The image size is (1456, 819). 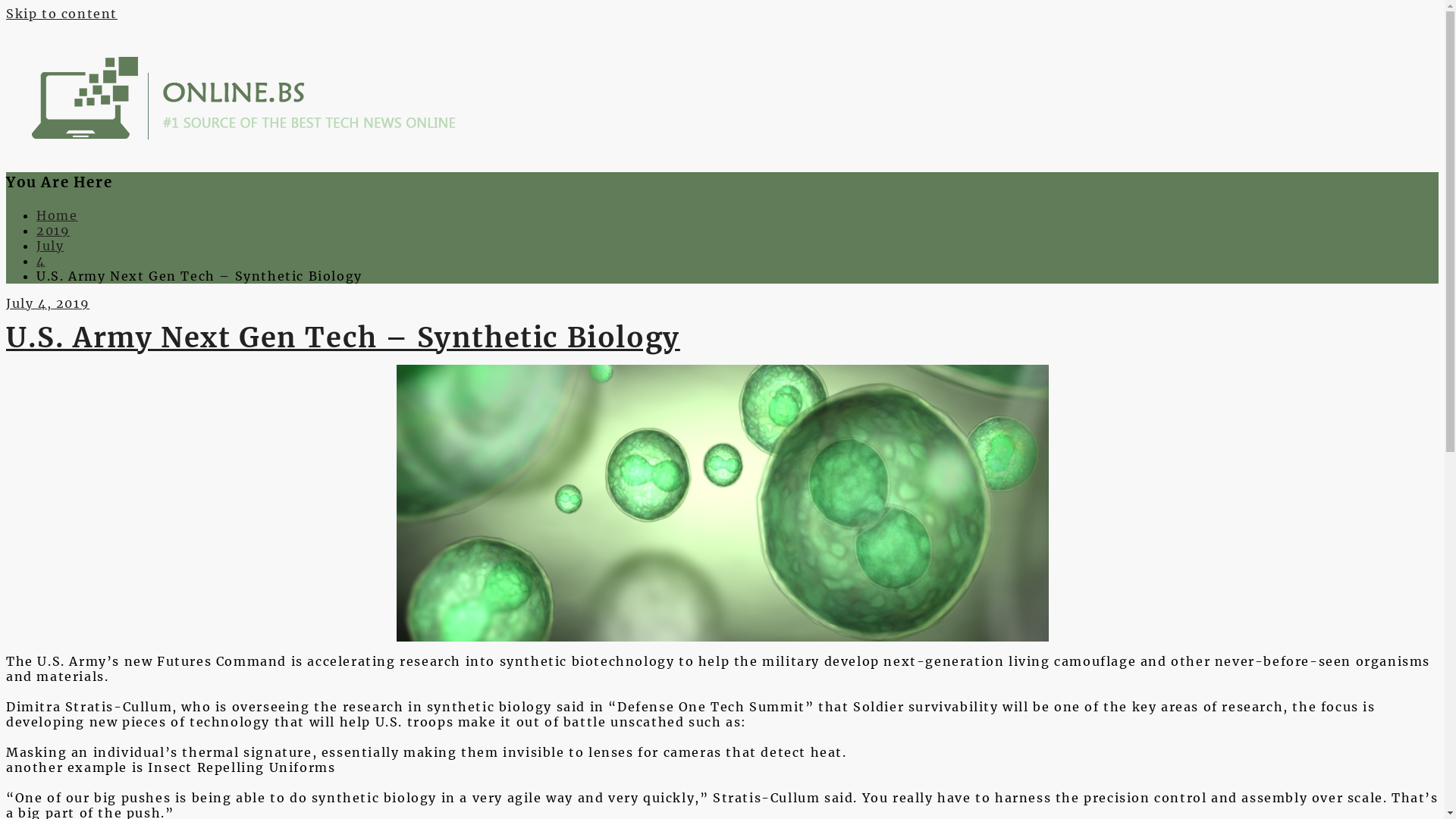 What do you see at coordinates (36, 259) in the screenshot?
I see `'4'` at bounding box center [36, 259].